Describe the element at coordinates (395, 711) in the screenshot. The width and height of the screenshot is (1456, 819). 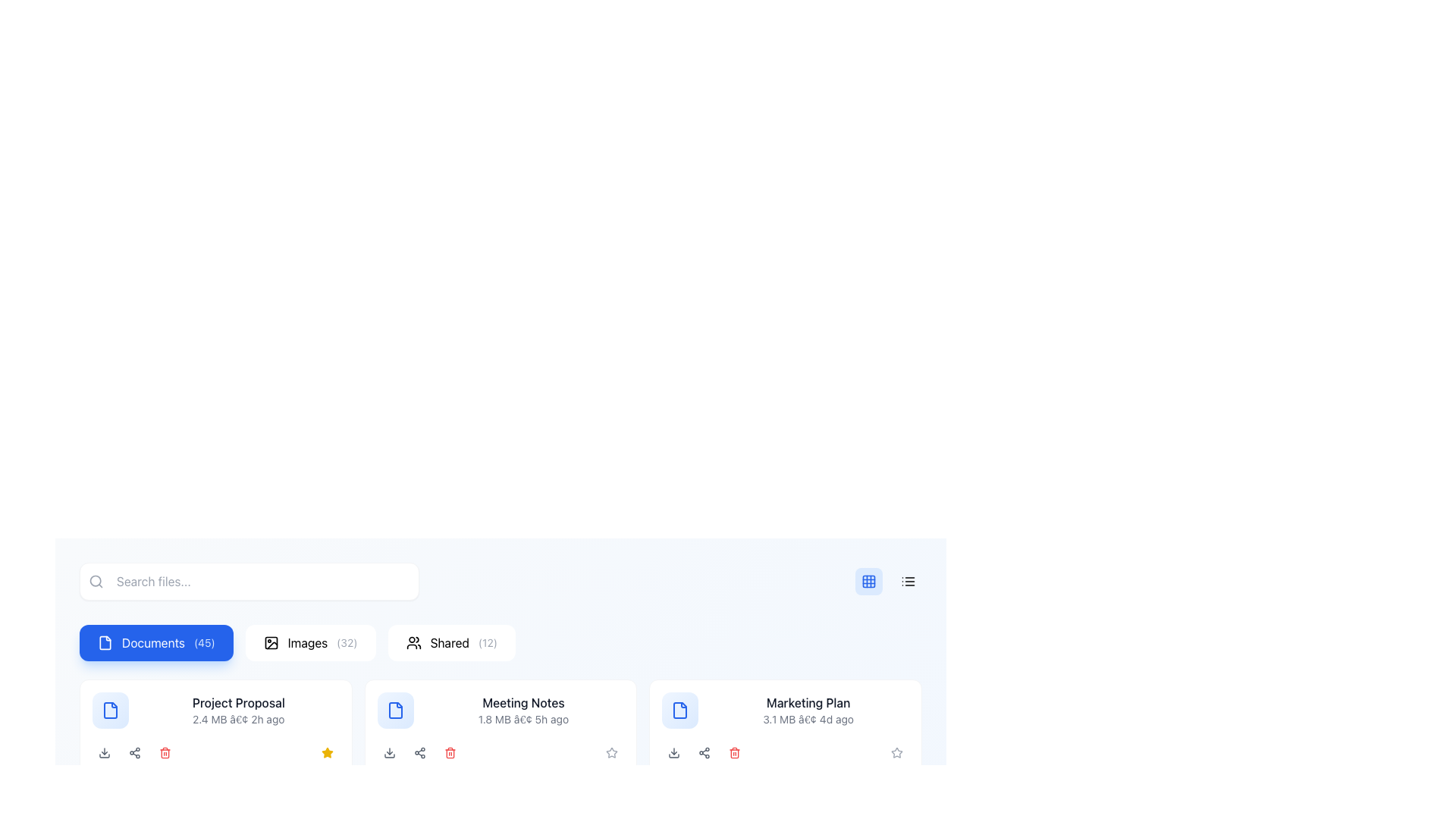
I see `the blue document icon in the 'Documents' section, which is part of the 'Project Proposal' card and is the leftmost icon within that card` at that location.